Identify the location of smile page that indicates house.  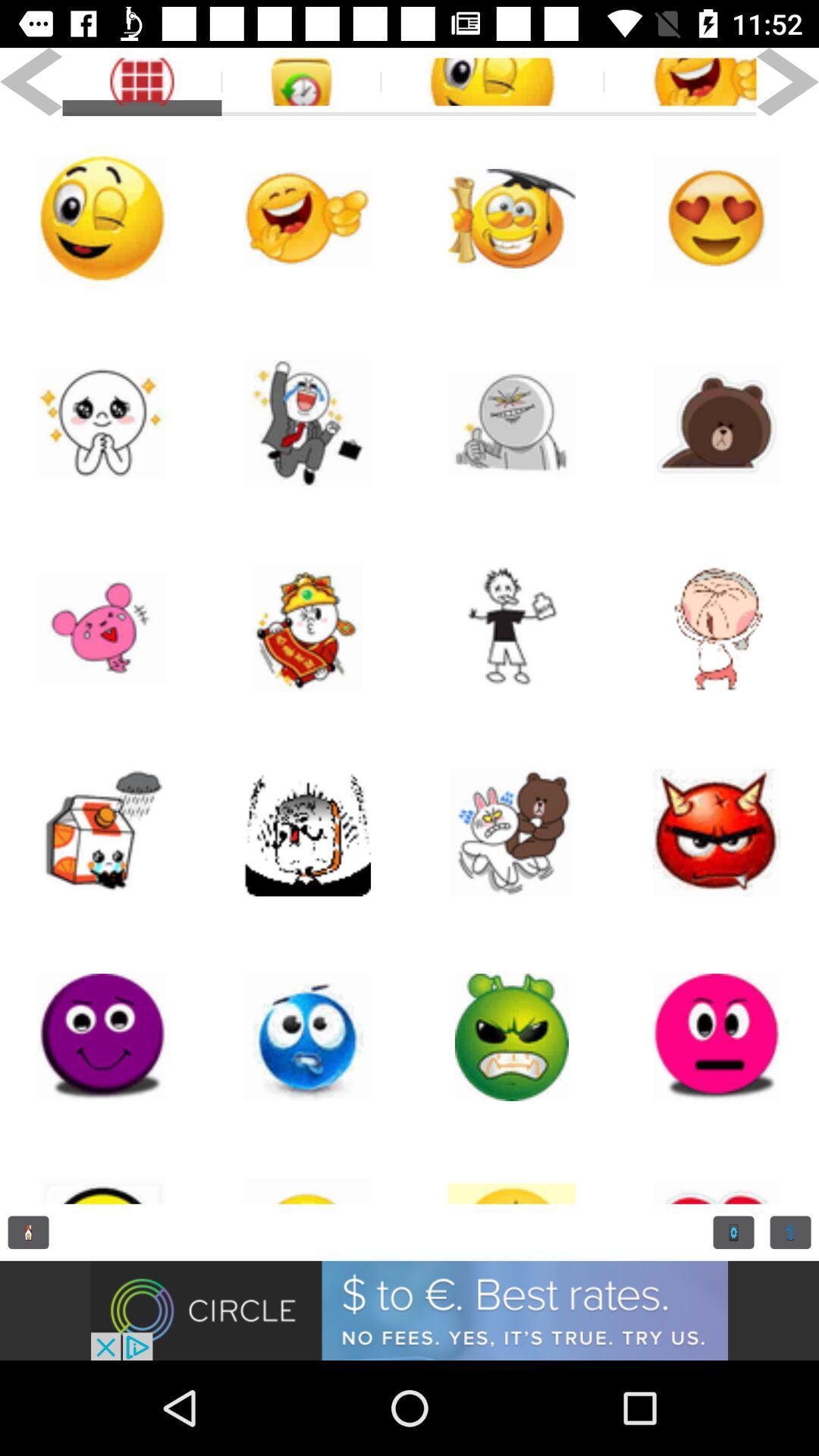
(102, 832).